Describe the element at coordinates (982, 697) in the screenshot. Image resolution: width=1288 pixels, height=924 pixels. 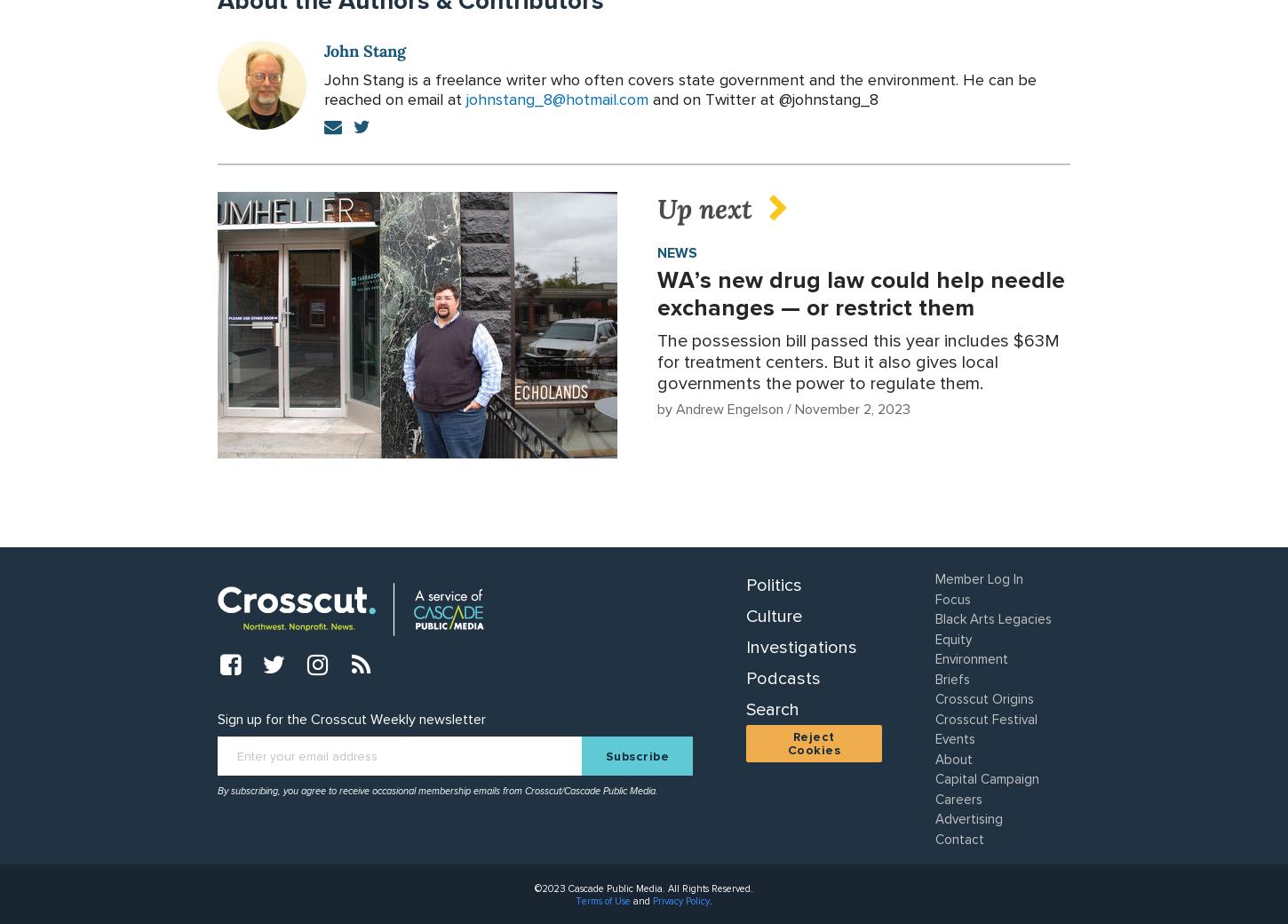
I see `'Crosscut Origins'` at that location.